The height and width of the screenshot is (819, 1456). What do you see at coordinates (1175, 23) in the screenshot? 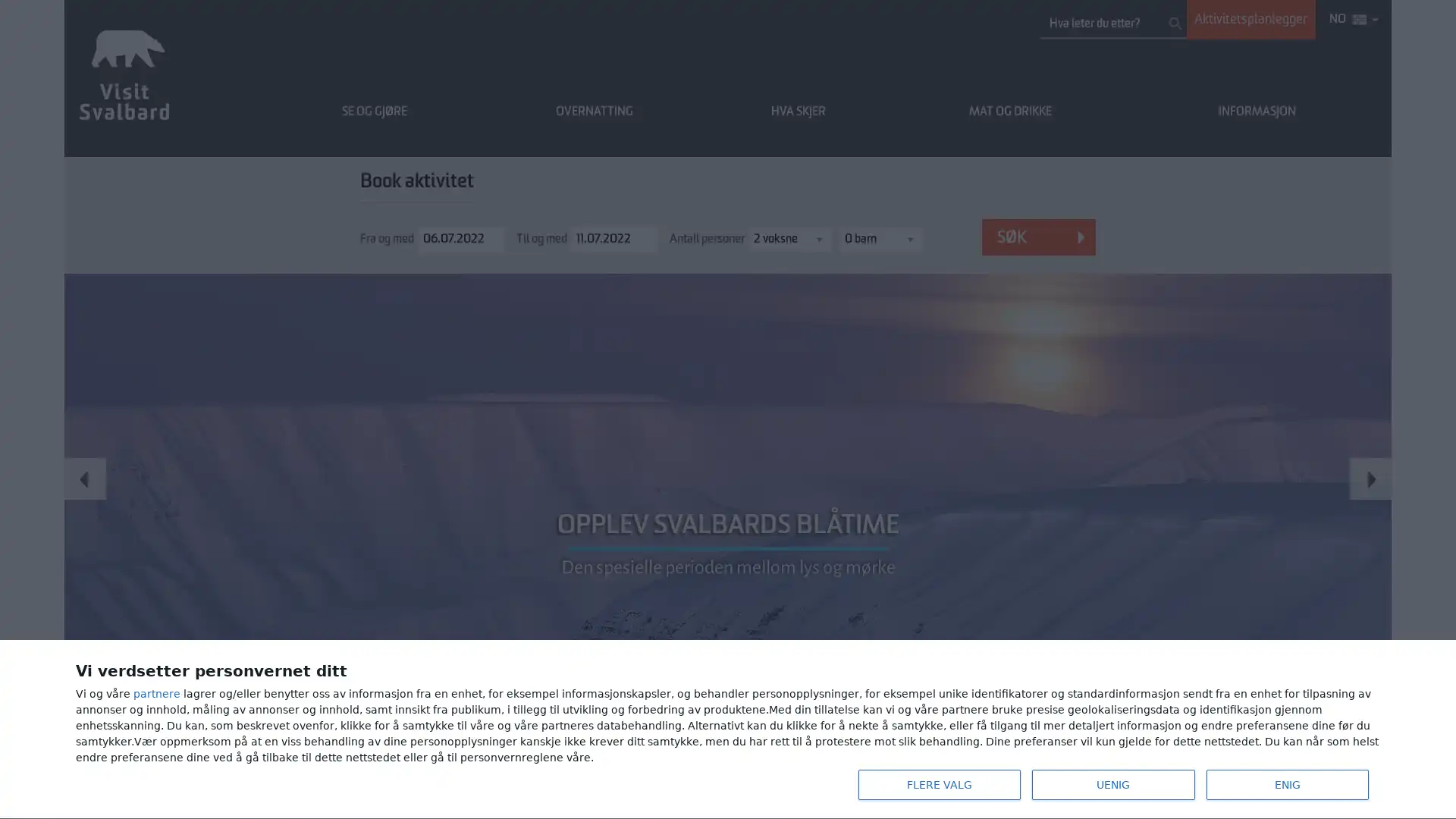
I see `submit` at bounding box center [1175, 23].